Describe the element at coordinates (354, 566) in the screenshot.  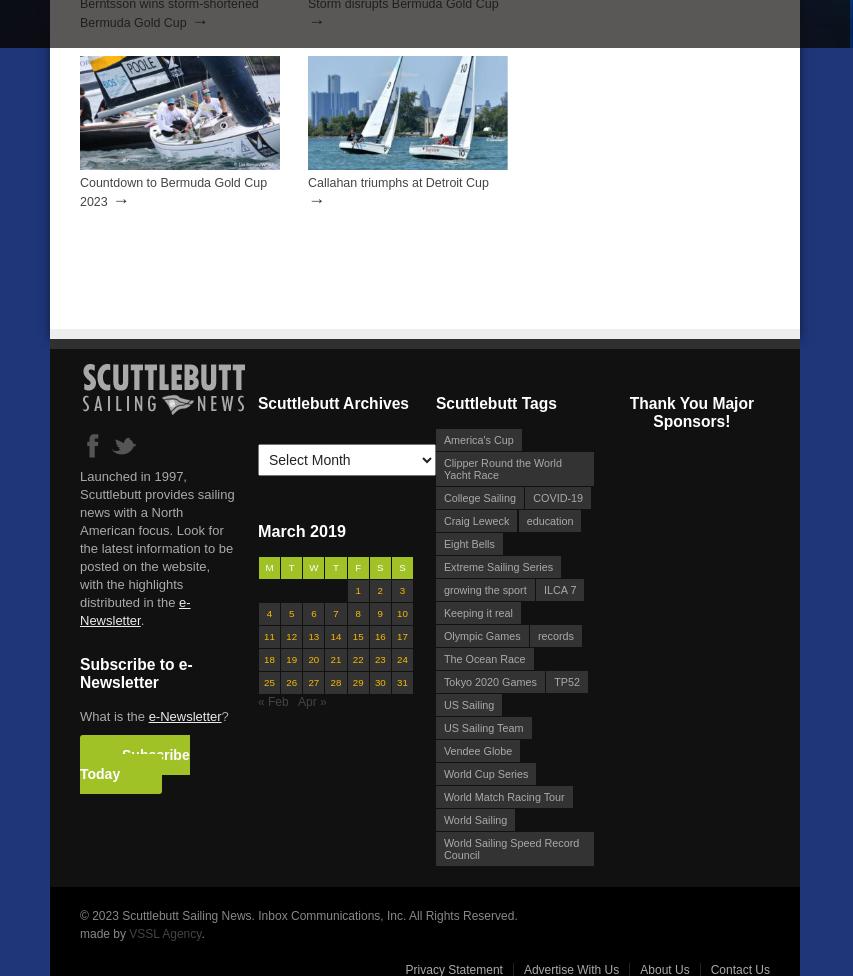
I see `'F'` at that location.